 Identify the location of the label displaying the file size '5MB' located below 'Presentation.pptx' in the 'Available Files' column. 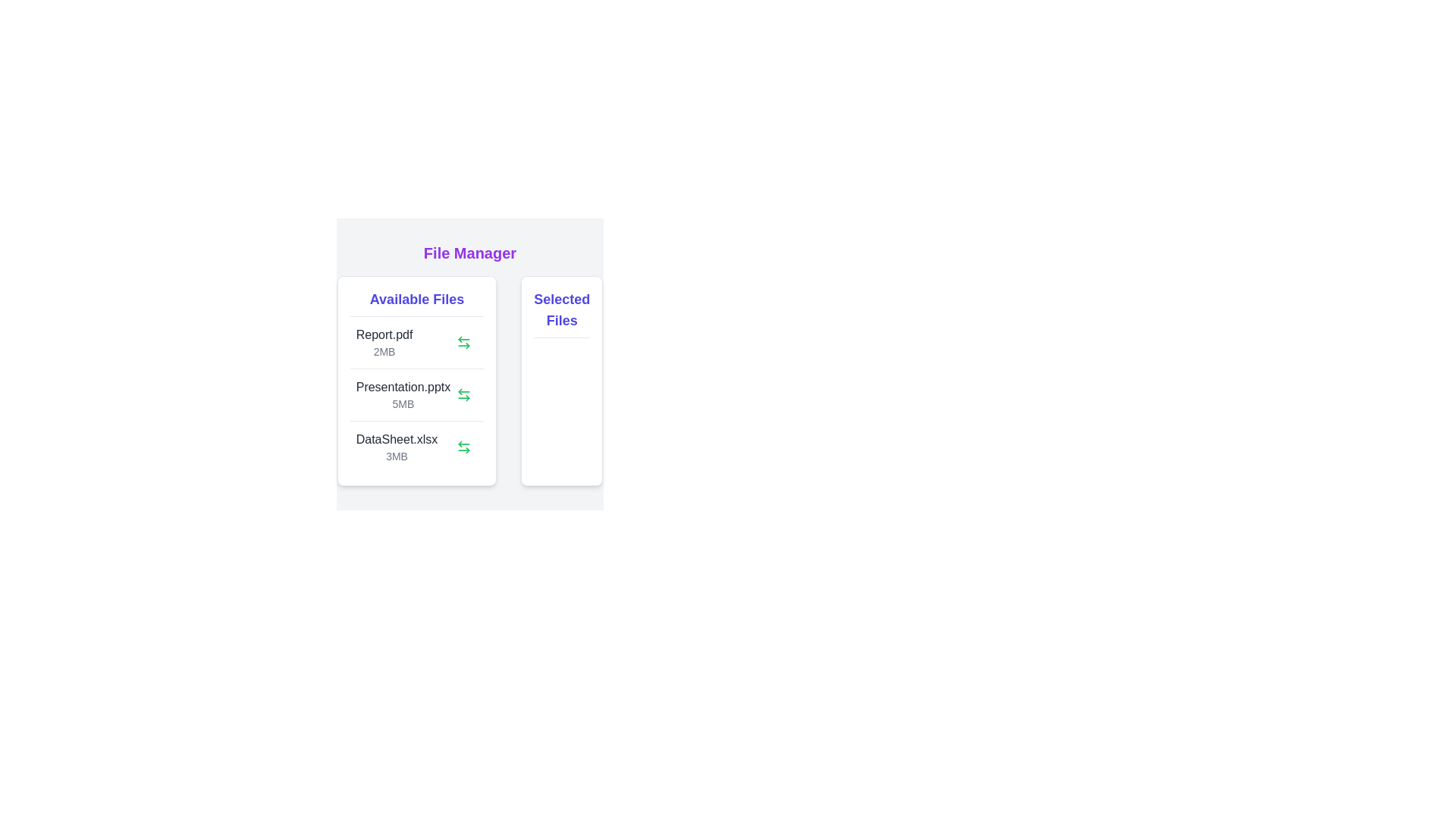
(403, 403).